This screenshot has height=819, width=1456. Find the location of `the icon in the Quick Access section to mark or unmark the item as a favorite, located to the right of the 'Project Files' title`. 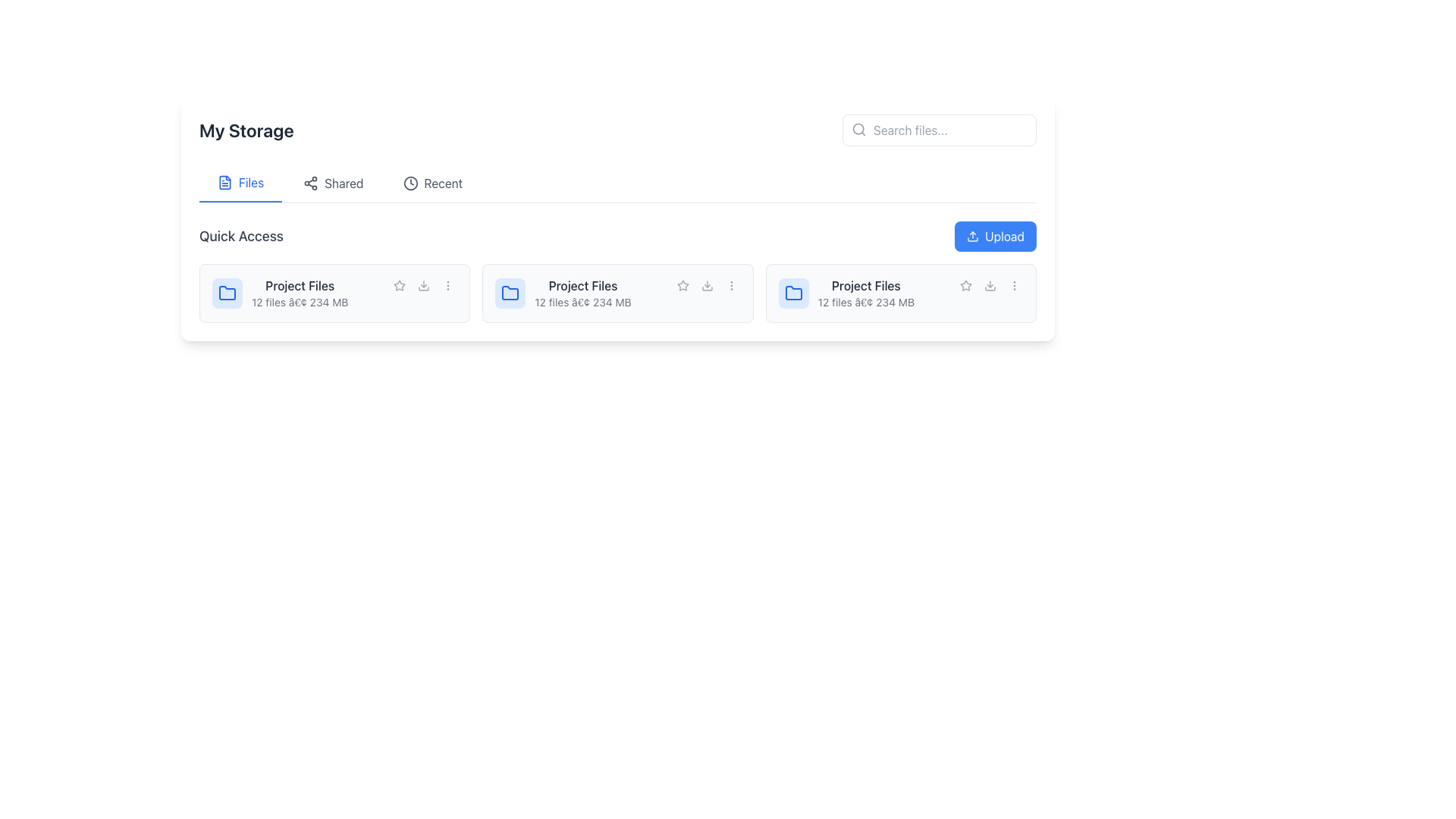

the icon in the Quick Access section to mark or unmark the item as a favorite, located to the right of the 'Project Files' title is located at coordinates (400, 286).